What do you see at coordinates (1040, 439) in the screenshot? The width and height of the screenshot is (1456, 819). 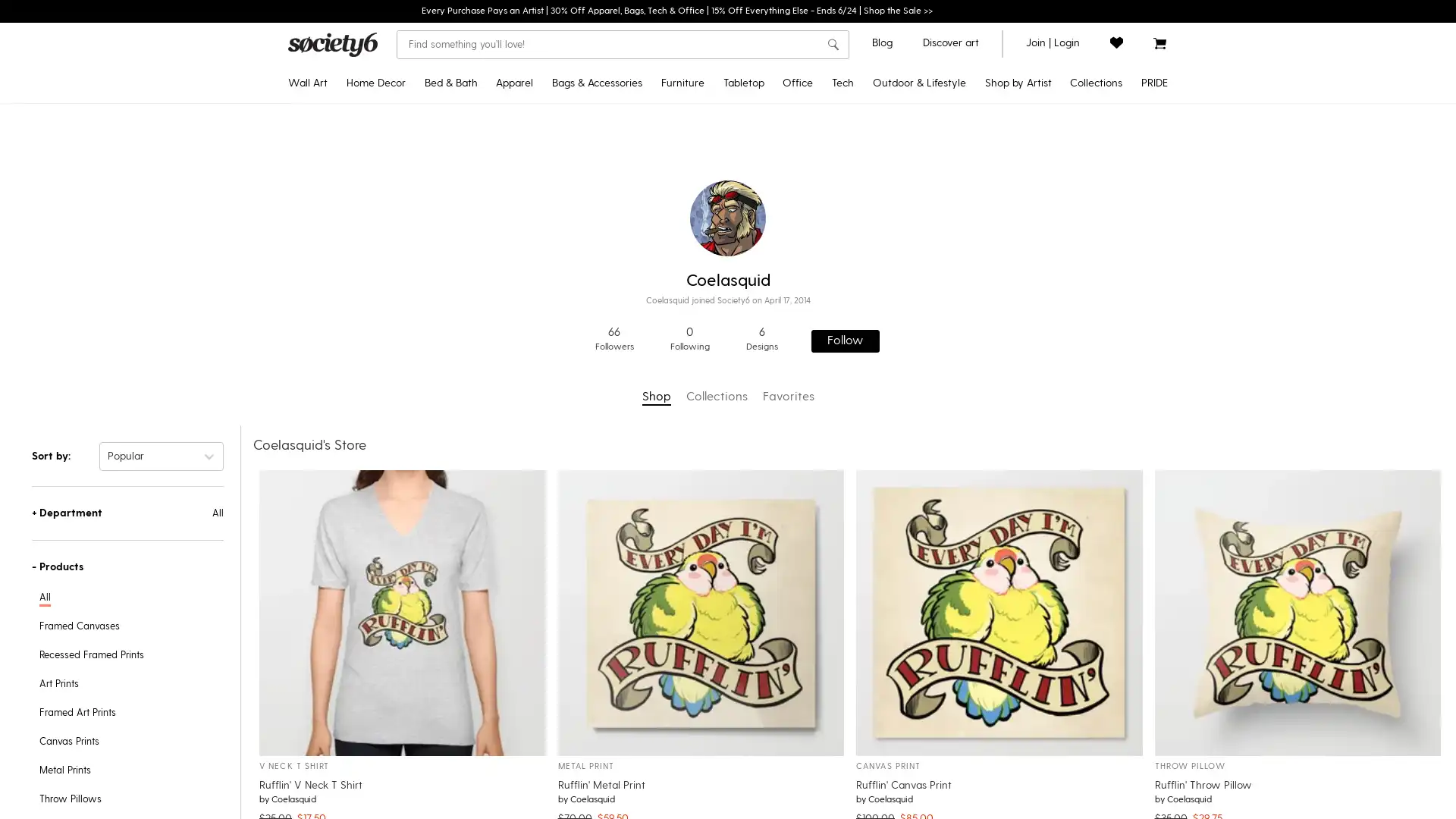 I see `All Collections` at bounding box center [1040, 439].